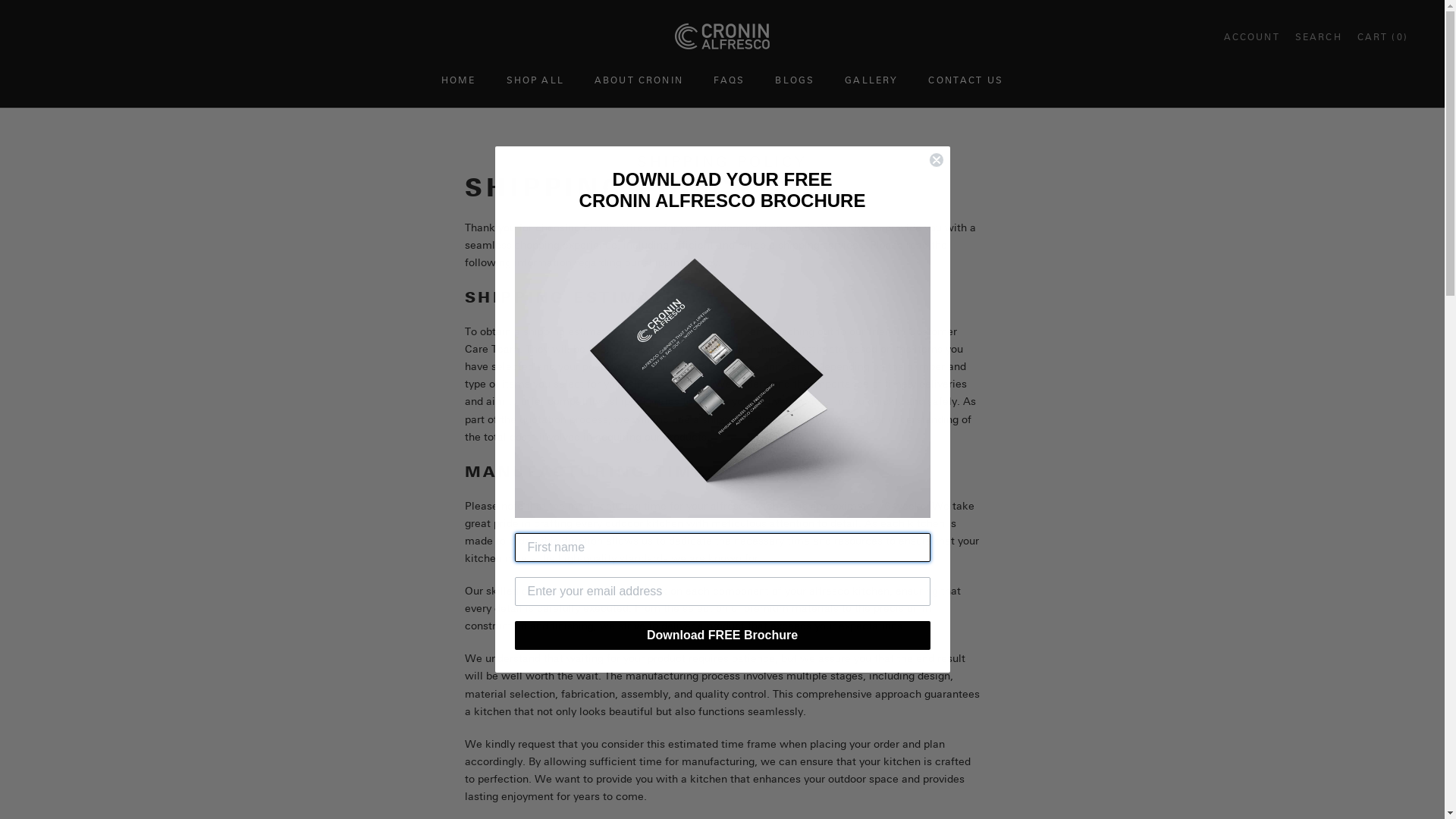  What do you see at coordinates (934, 160) in the screenshot?
I see `'Close dialog 1'` at bounding box center [934, 160].